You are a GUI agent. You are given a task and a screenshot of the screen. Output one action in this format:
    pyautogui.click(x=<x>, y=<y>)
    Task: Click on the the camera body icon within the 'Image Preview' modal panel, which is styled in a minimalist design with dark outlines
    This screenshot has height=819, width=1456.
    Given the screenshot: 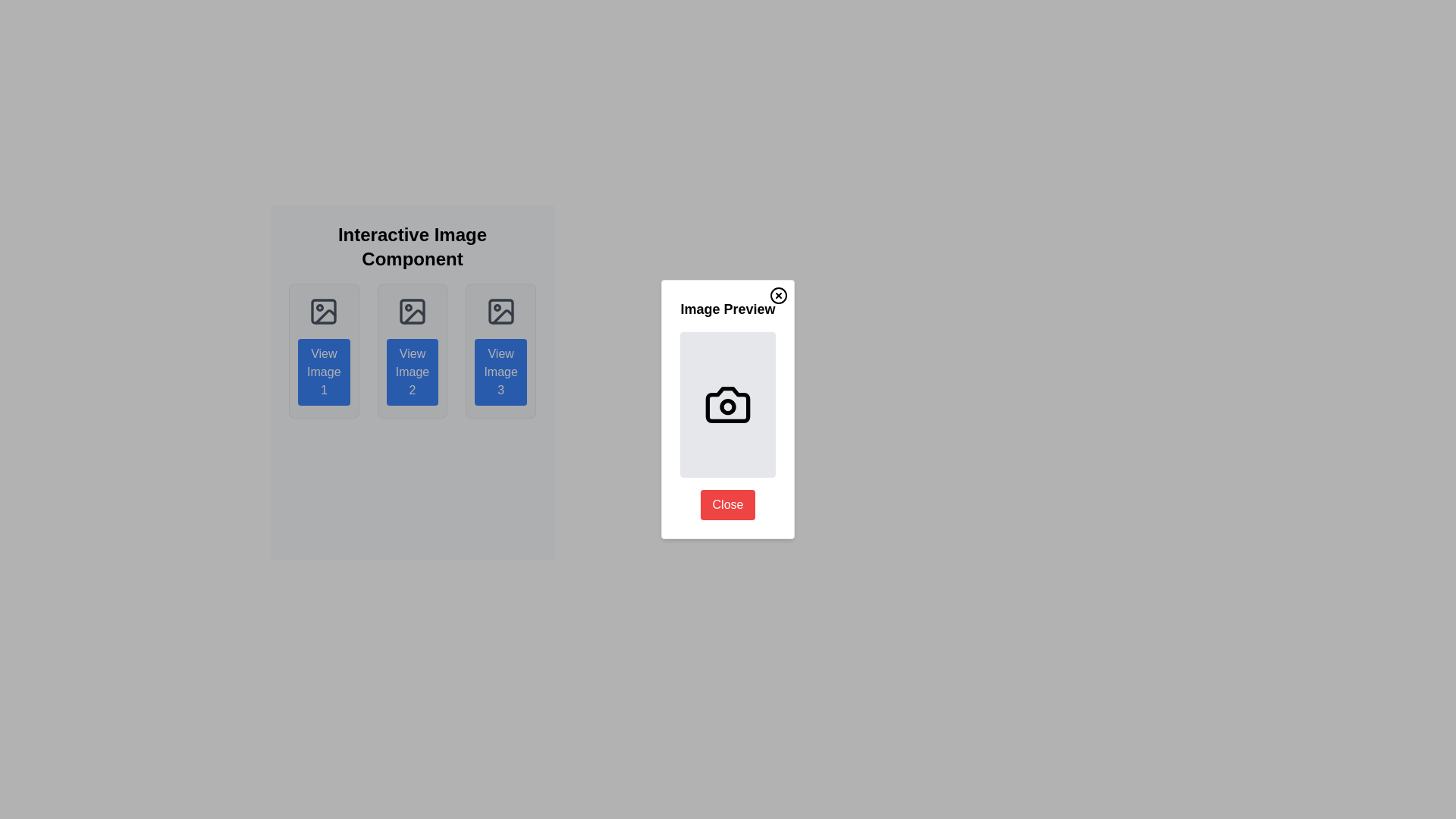 What is the action you would take?
    pyautogui.click(x=728, y=403)
    